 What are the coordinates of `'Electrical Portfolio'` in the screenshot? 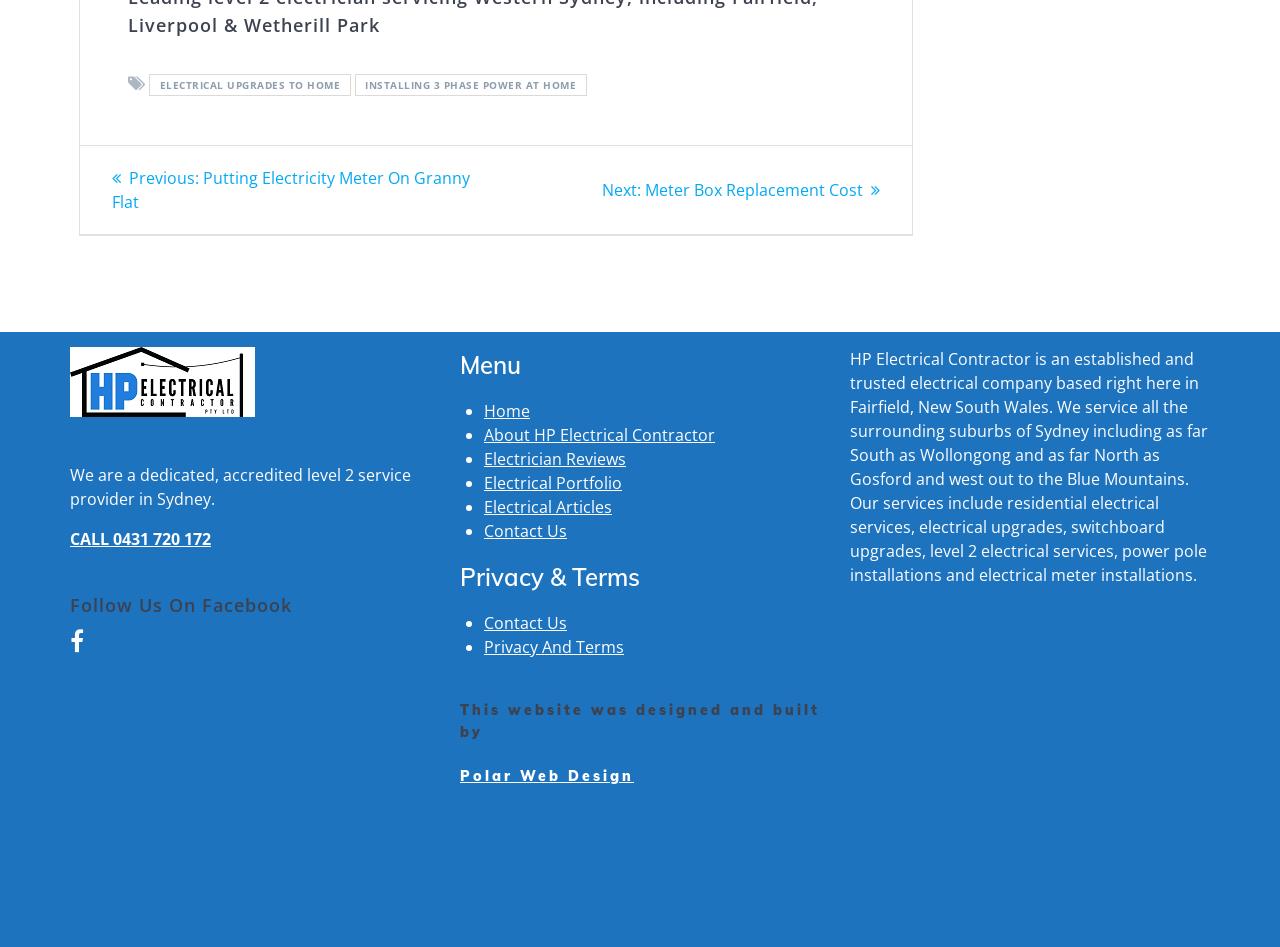 It's located at (483, 481).